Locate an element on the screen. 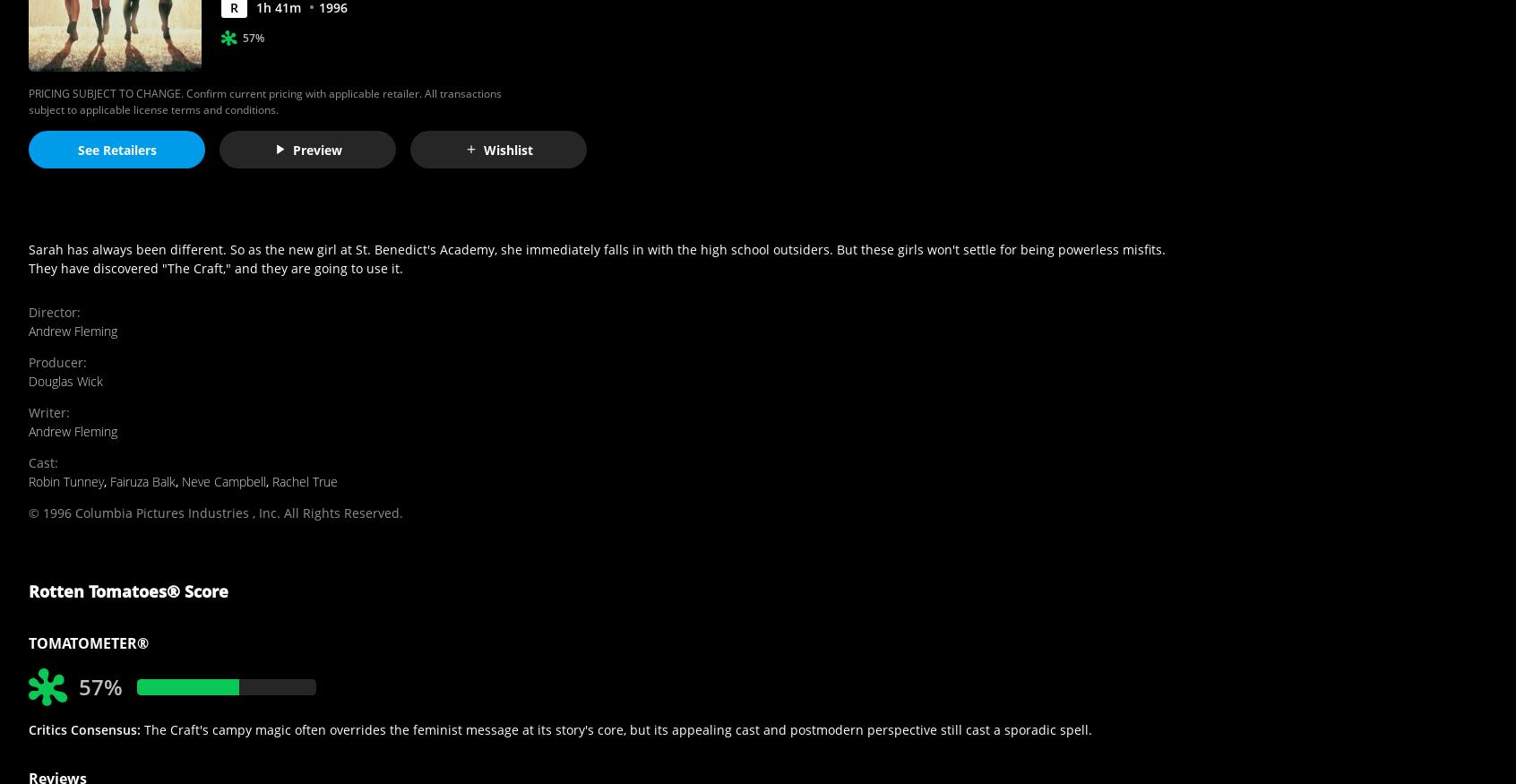  'Neve Campbell' is located at coordinates (224, 480).